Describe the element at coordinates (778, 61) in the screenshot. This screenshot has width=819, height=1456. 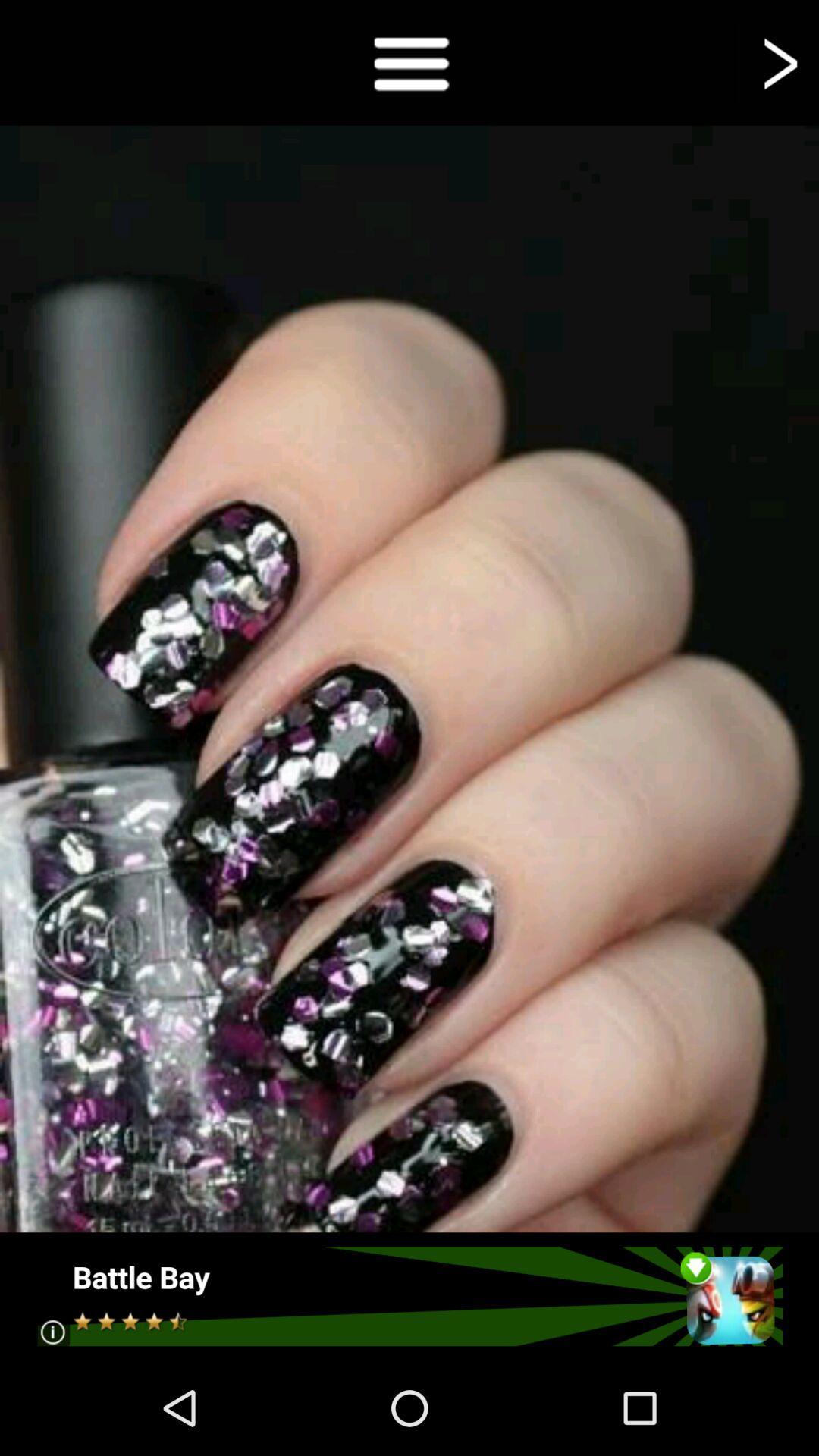
I see `next or swipe right` at that location.